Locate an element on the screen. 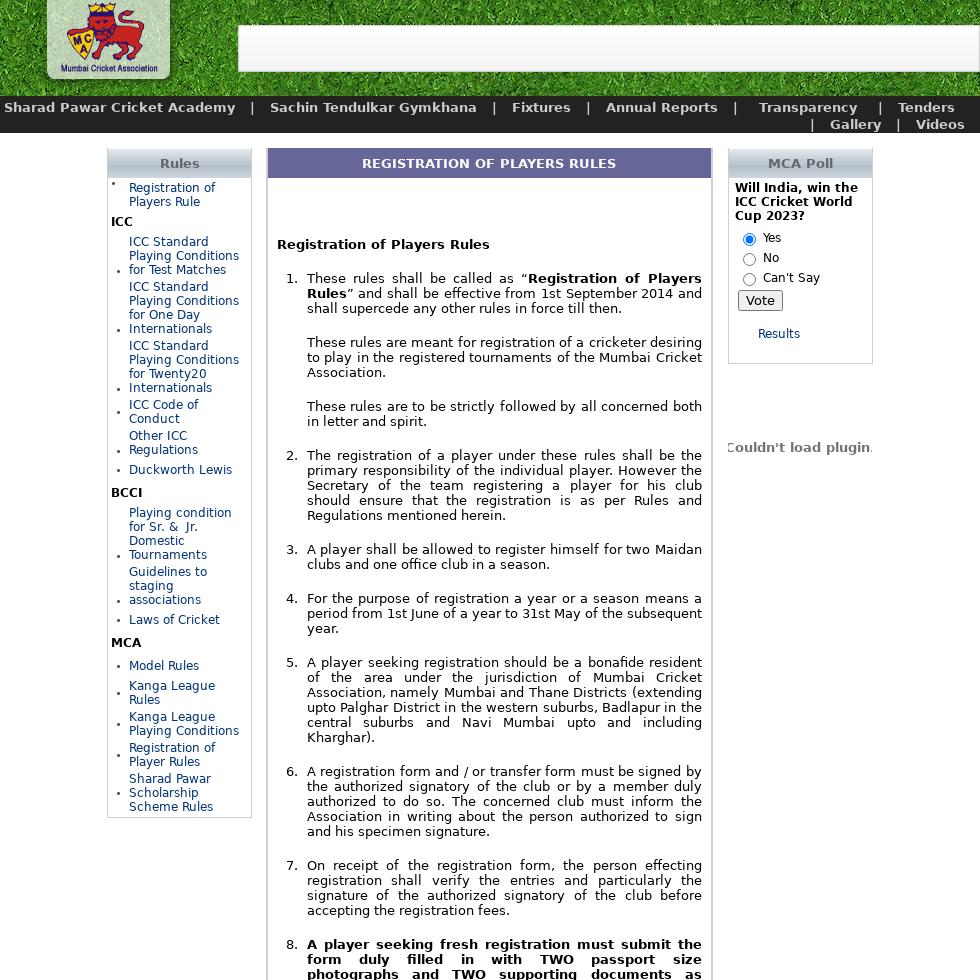 This screenshot has width=980, height=980. 'Fixtures' is located at coordinates (541, 106).